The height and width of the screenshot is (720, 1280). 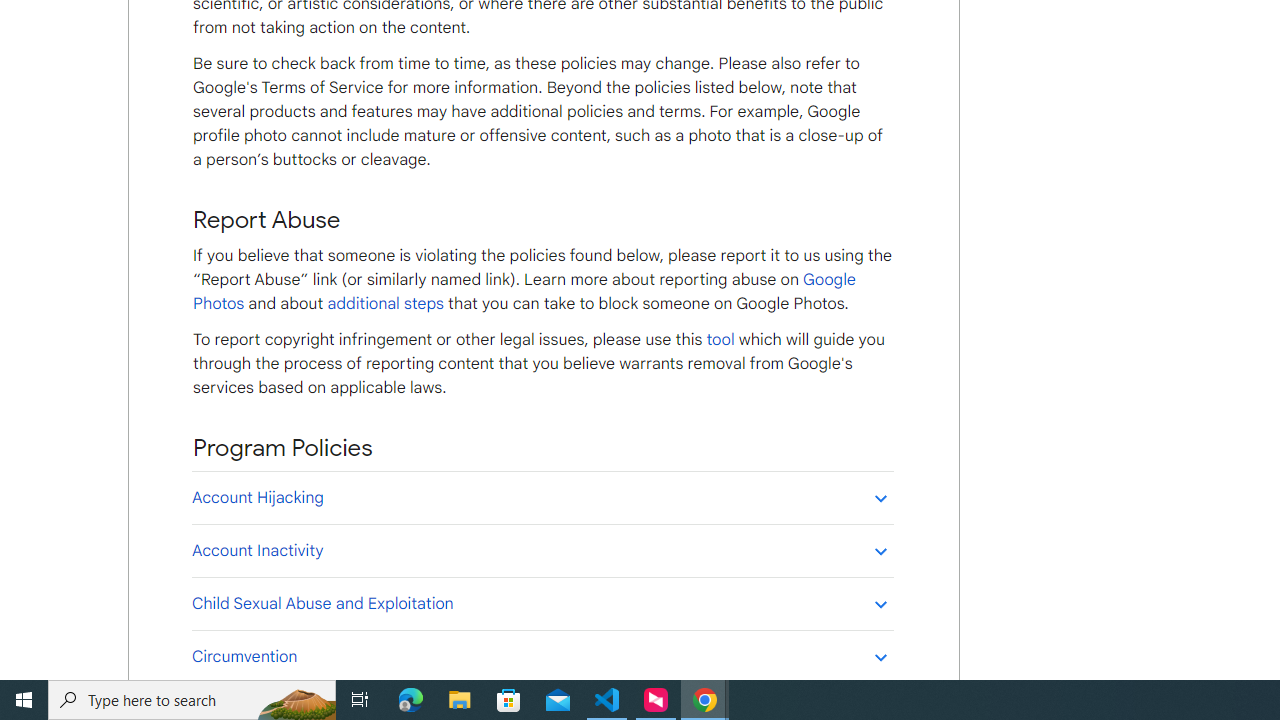 What do you see at coordinates (385, 303) in the screenshot?
I see `'additional steps'` at bounding box center [385, 303].